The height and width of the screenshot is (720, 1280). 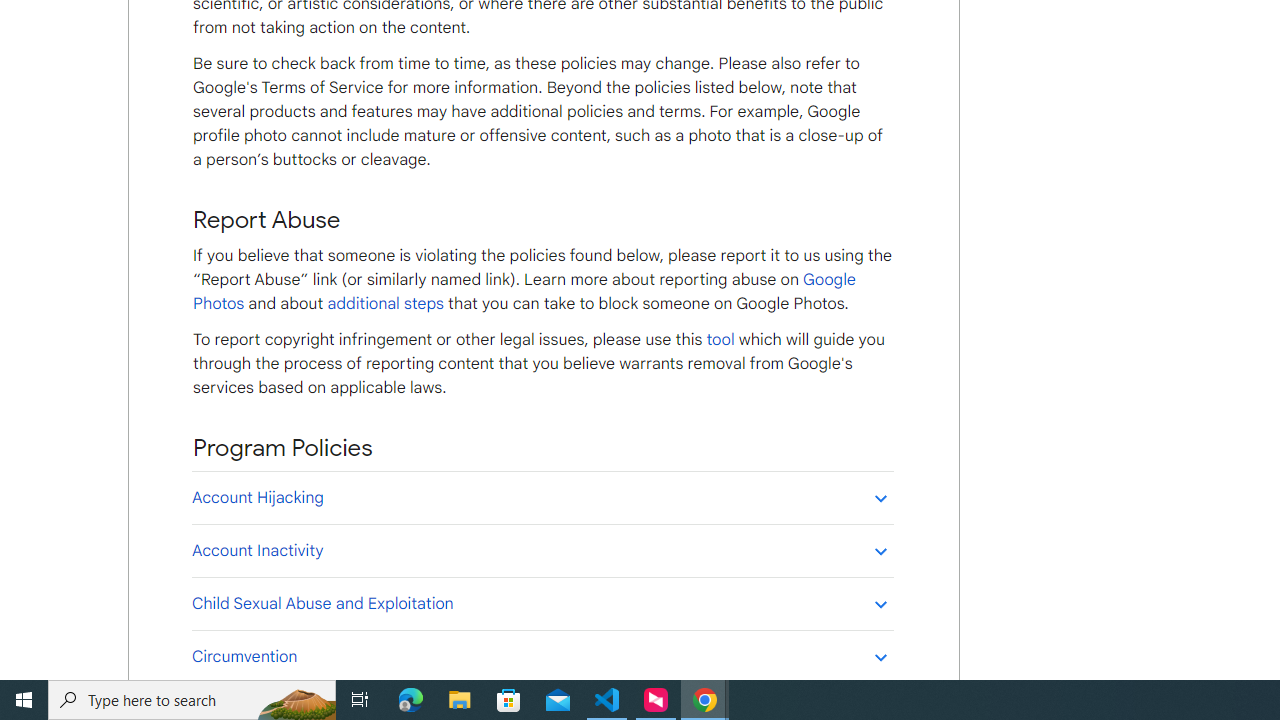 What do you see at coordinates (385, 303) in the screenshot?
I see `'additional steps'` at bounding box center [385, 303].